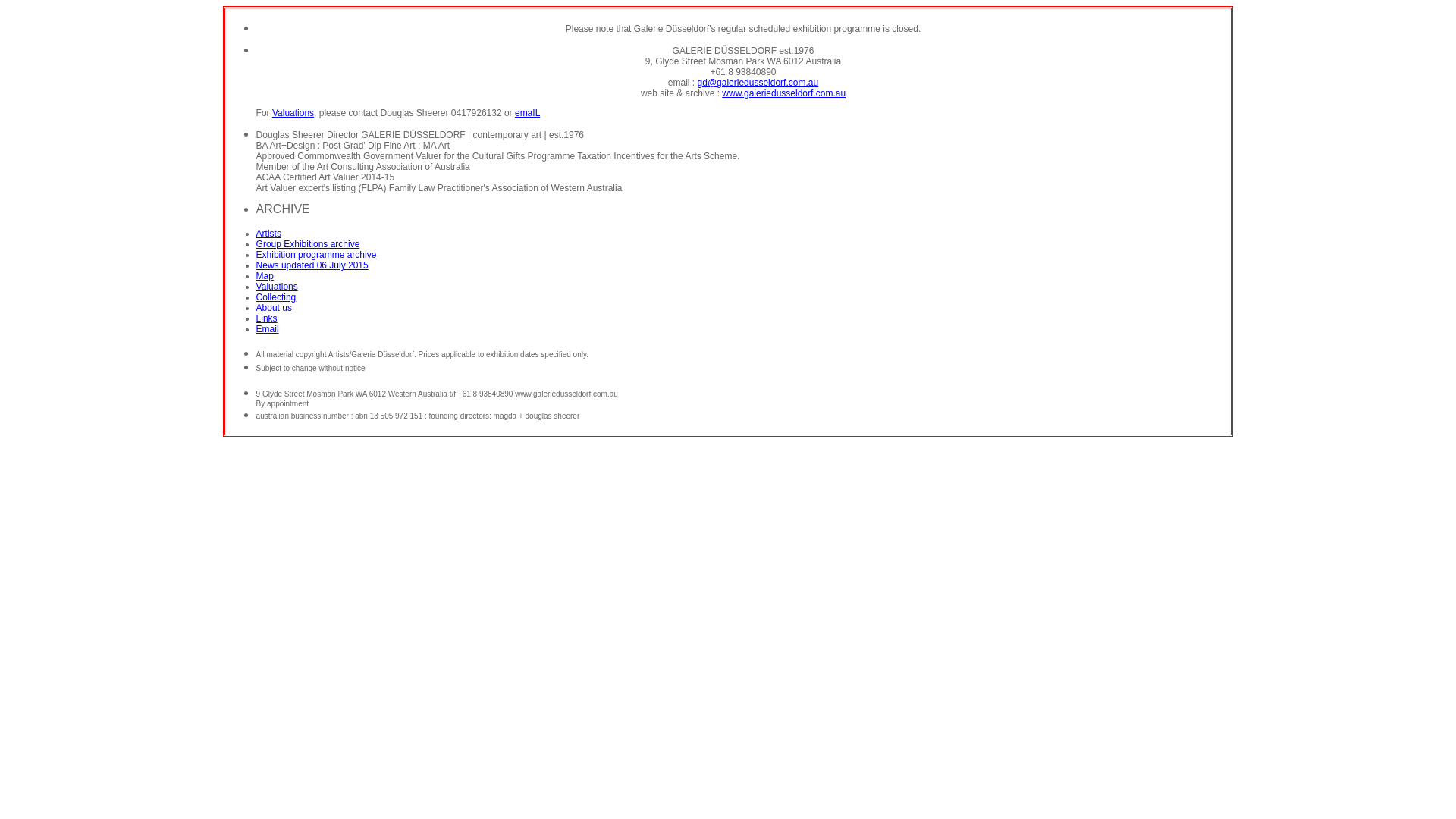 Image resolution: width=1456 pixels, height=819 pixels. I want to click on 'Exhibition programme archive', so click(315, 253).